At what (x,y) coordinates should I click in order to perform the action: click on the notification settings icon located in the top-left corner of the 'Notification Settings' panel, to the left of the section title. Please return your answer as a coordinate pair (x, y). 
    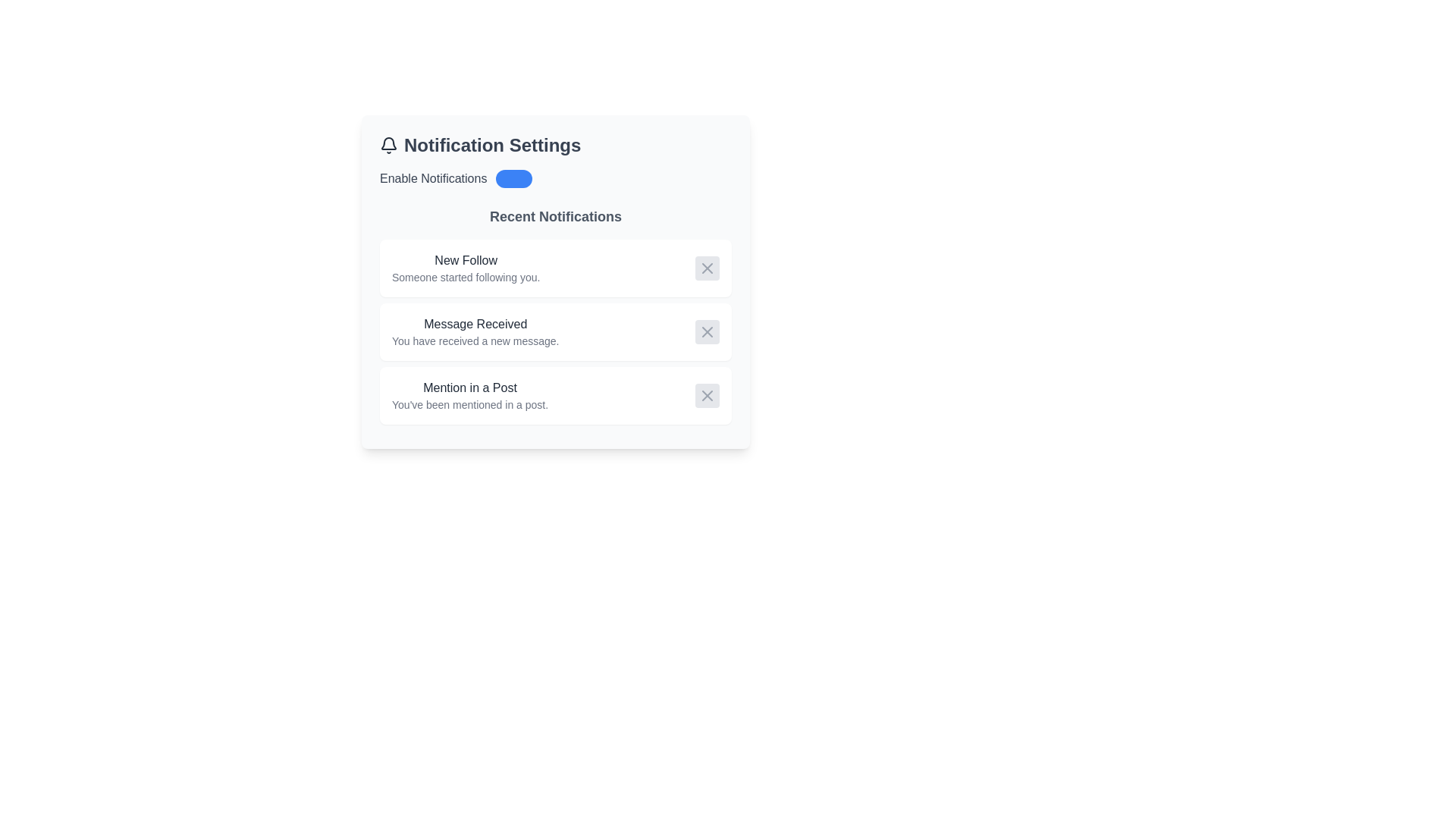
    Looking at the image, I should click on (389, 143).